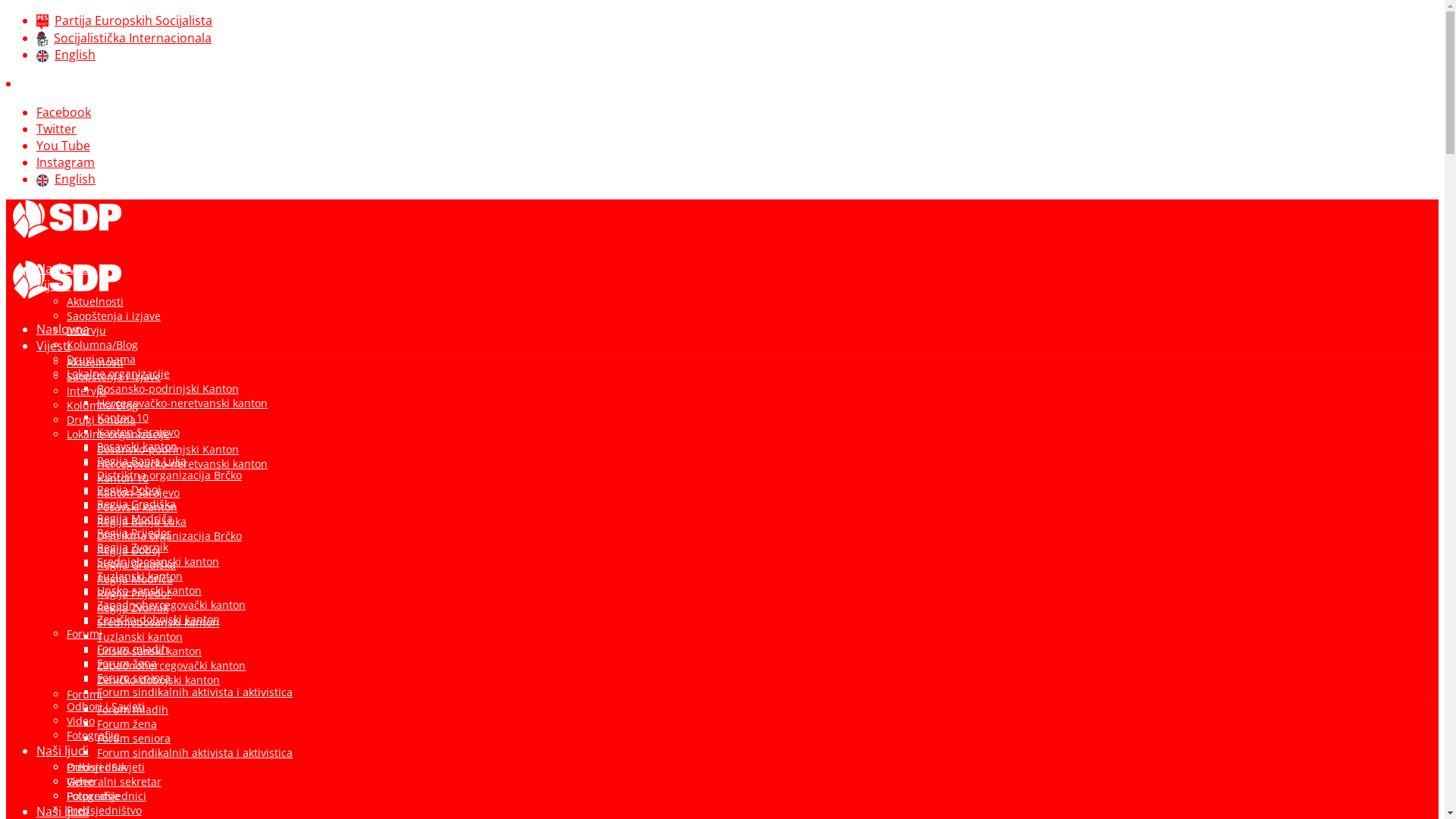  Describe the element at coordinates (168, 388) in the screenshot. I see `'Bosansko-podrinjski Kanton'` at that location.